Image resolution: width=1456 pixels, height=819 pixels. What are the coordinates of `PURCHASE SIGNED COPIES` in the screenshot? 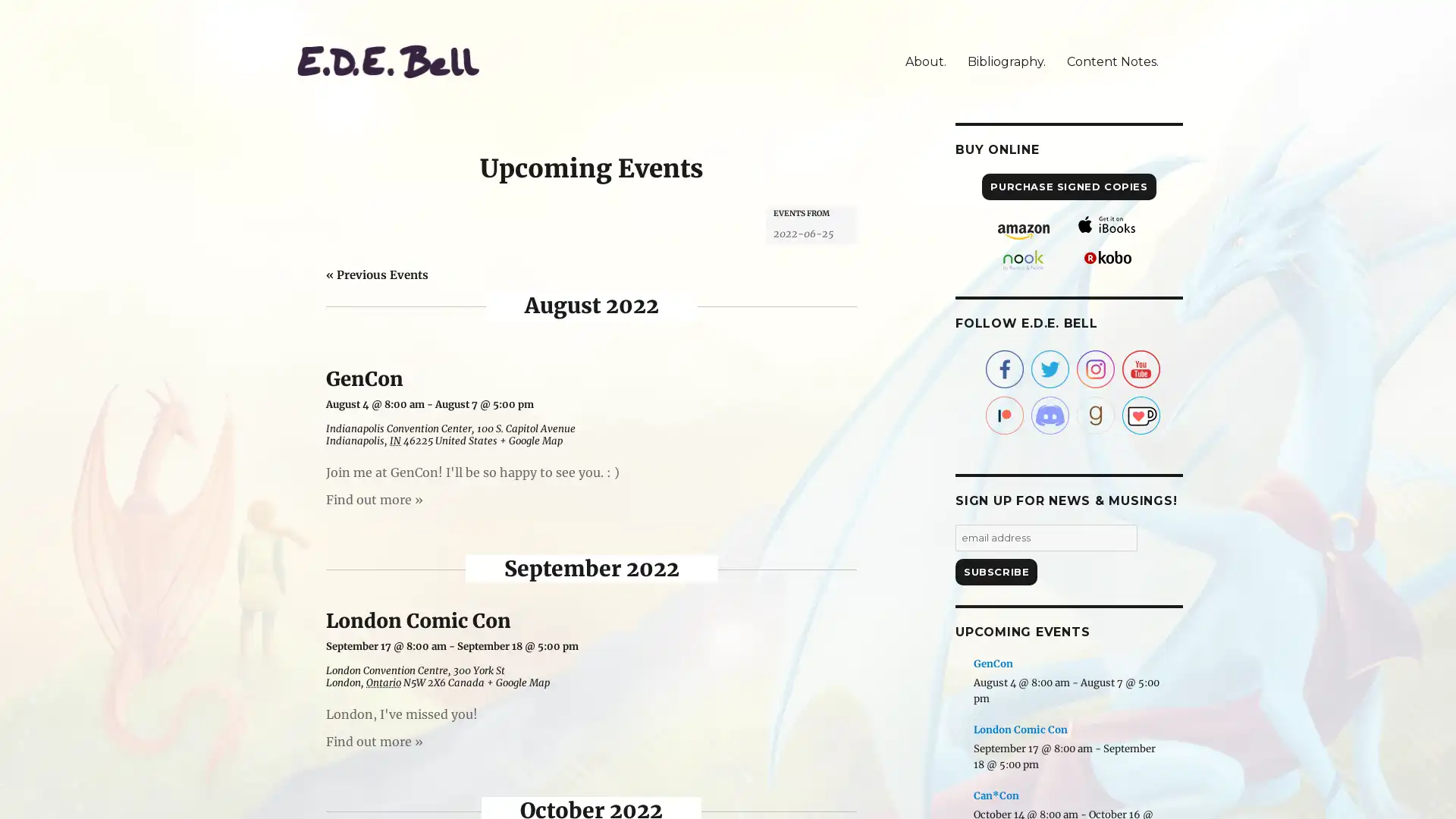 It's located at (1068, 186).